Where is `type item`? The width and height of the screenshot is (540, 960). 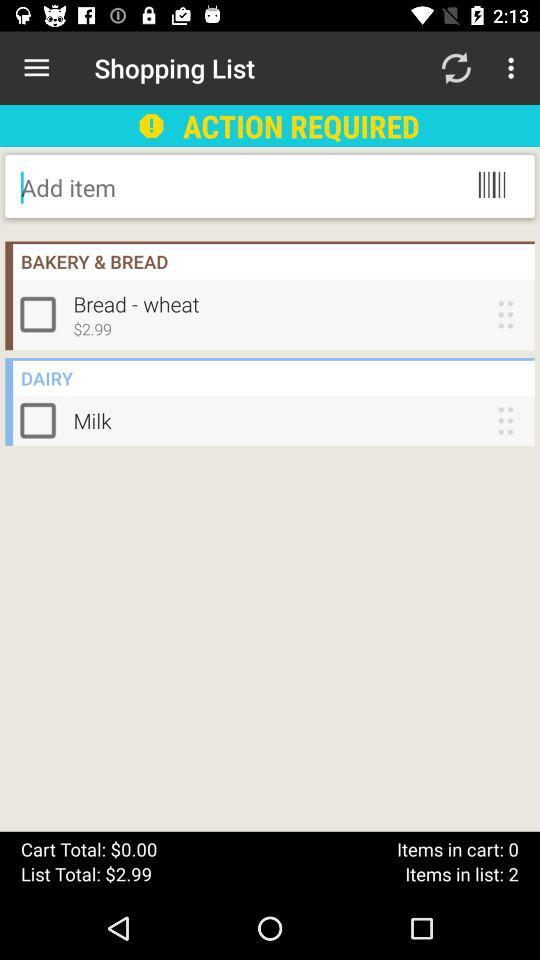 type item is located at coordinates (181, 187).